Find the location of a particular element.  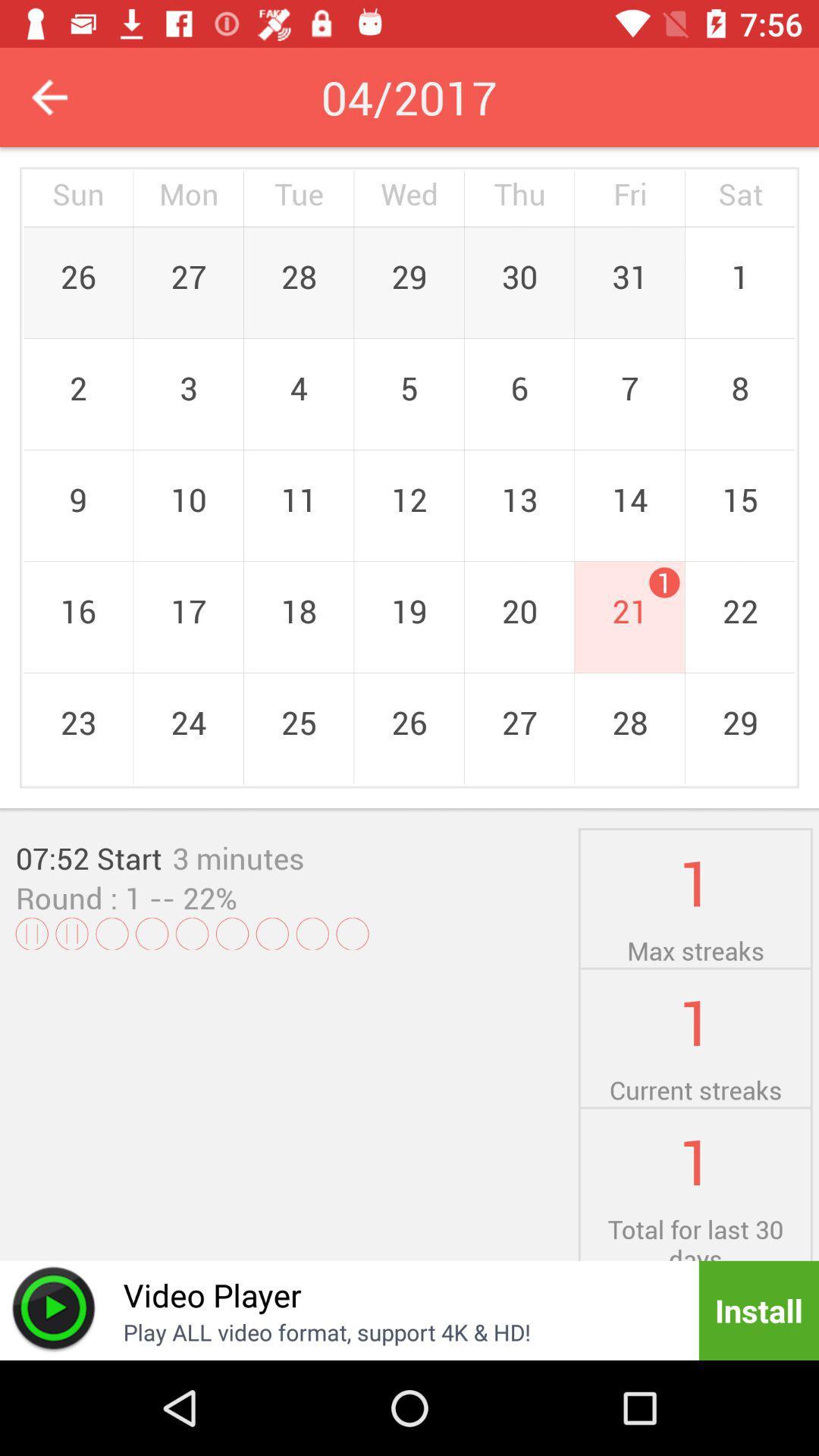

go back is located at coordinates (49, 96).